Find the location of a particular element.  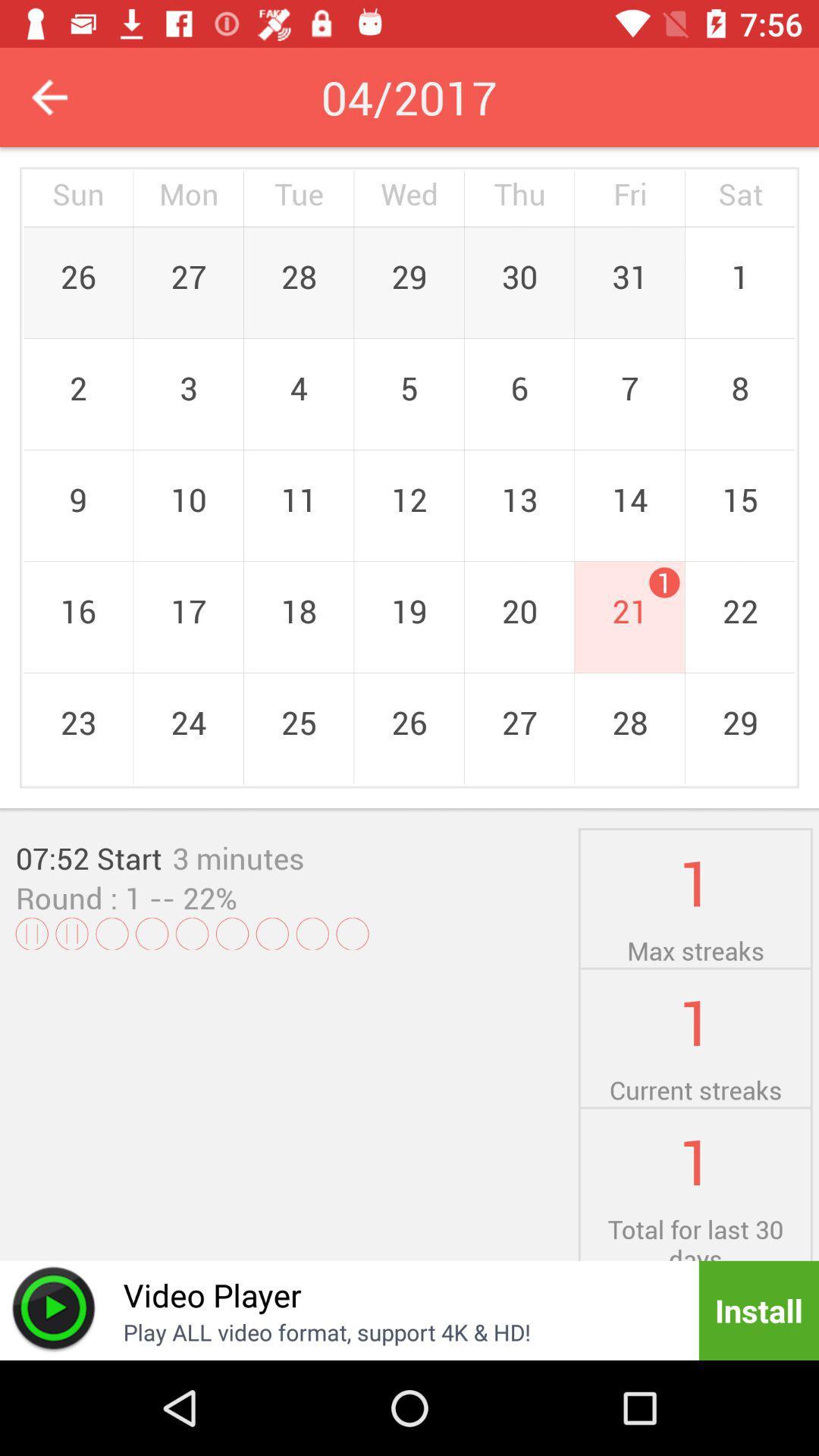

go back is located at coordinates (49, 96).